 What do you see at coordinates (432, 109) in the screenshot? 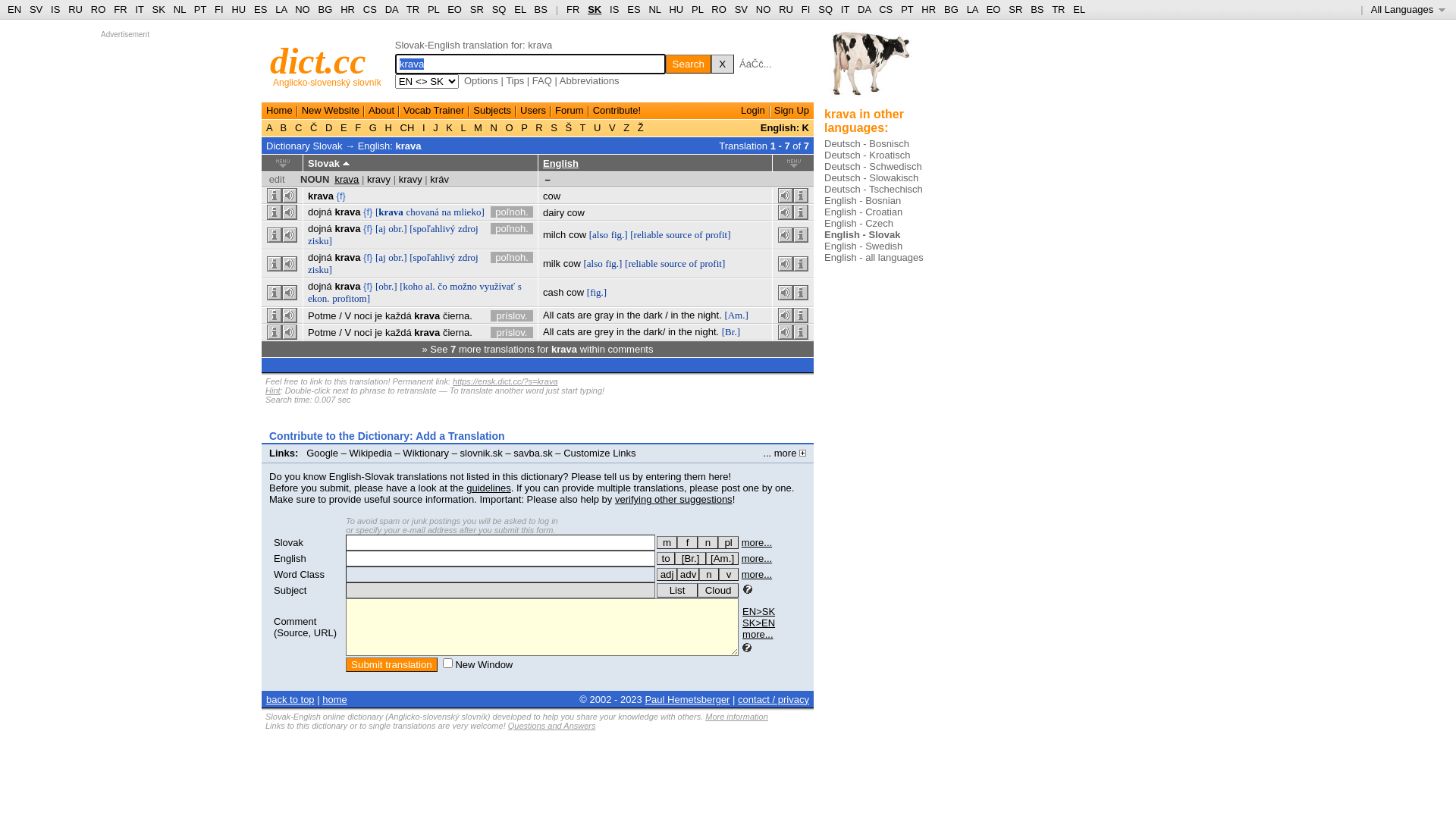
I see `'Vocab Trainer'` at bounding box center [432, 109].